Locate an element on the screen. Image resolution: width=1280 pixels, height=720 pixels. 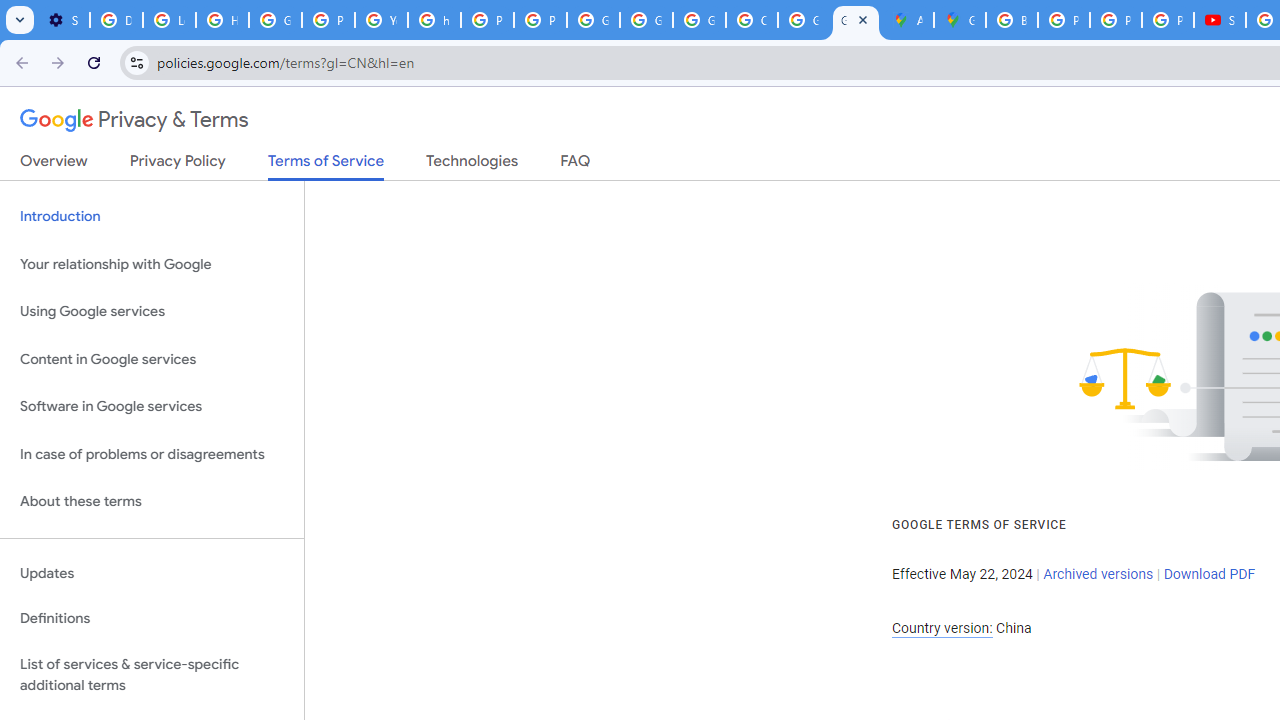
'Your relationship with Google' is located at coordinates (151, 263).